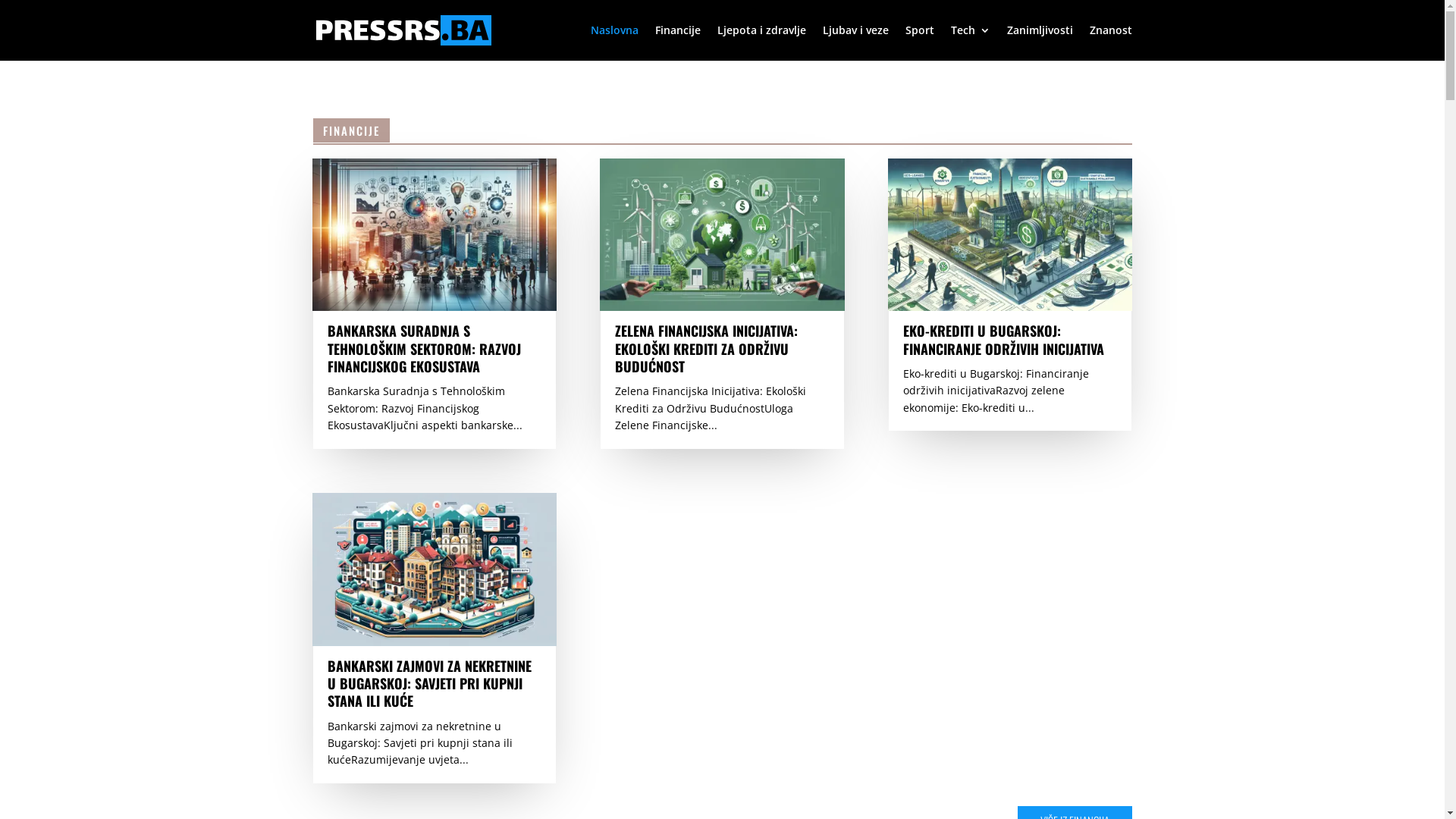 The width and height of the screenshot is (1456, 819). I want to click on 'Znanost', so click(1087, 42).